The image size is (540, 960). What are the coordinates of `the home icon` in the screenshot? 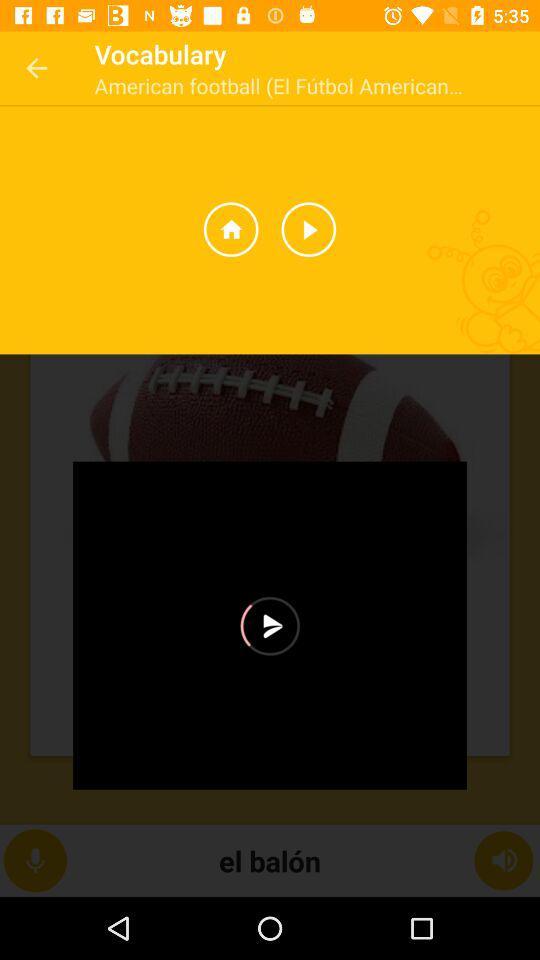 It's located at (230, 229).